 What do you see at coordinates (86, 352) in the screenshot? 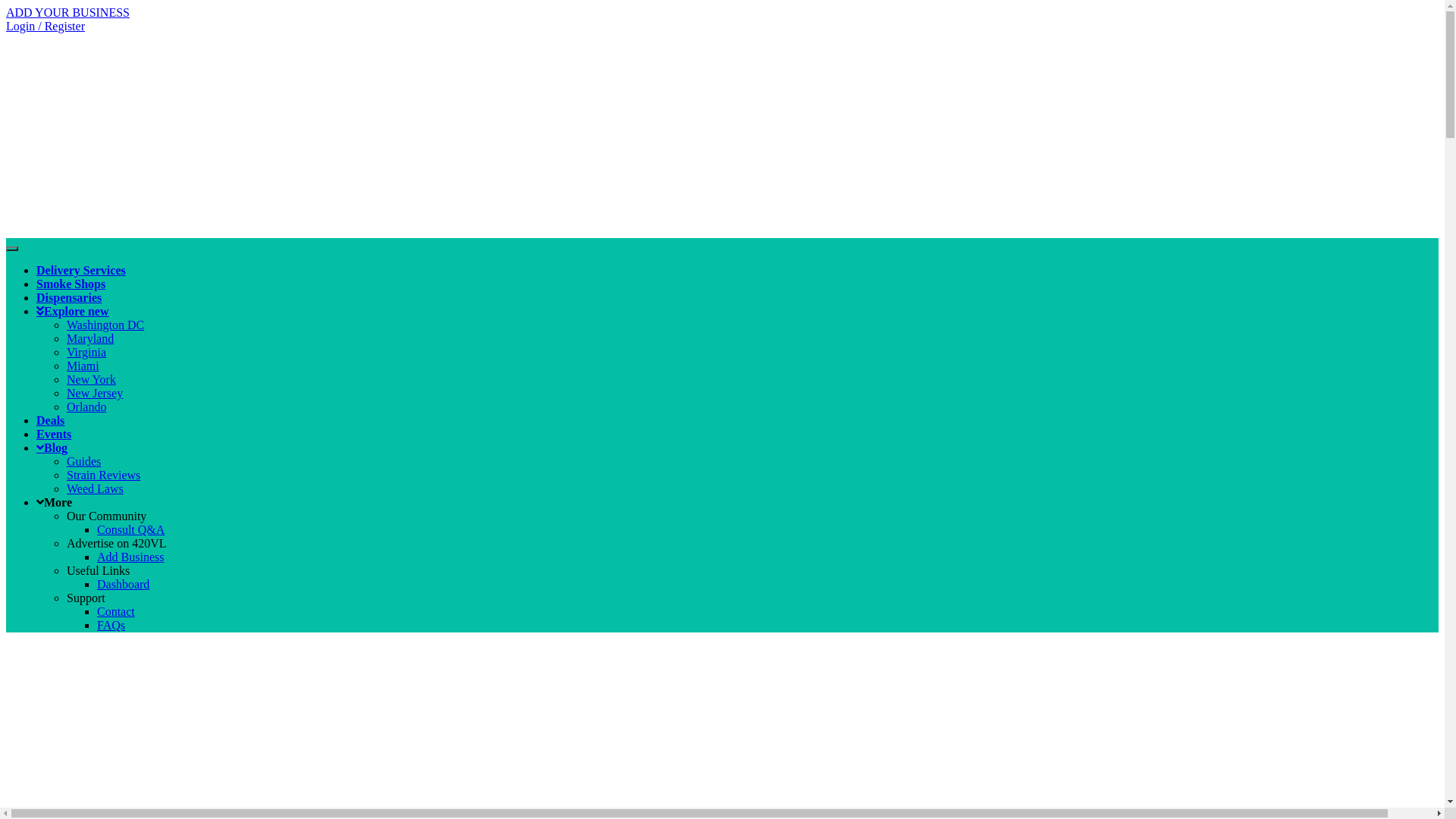
I see `'Virginia'` at bounding box center [86, 352].